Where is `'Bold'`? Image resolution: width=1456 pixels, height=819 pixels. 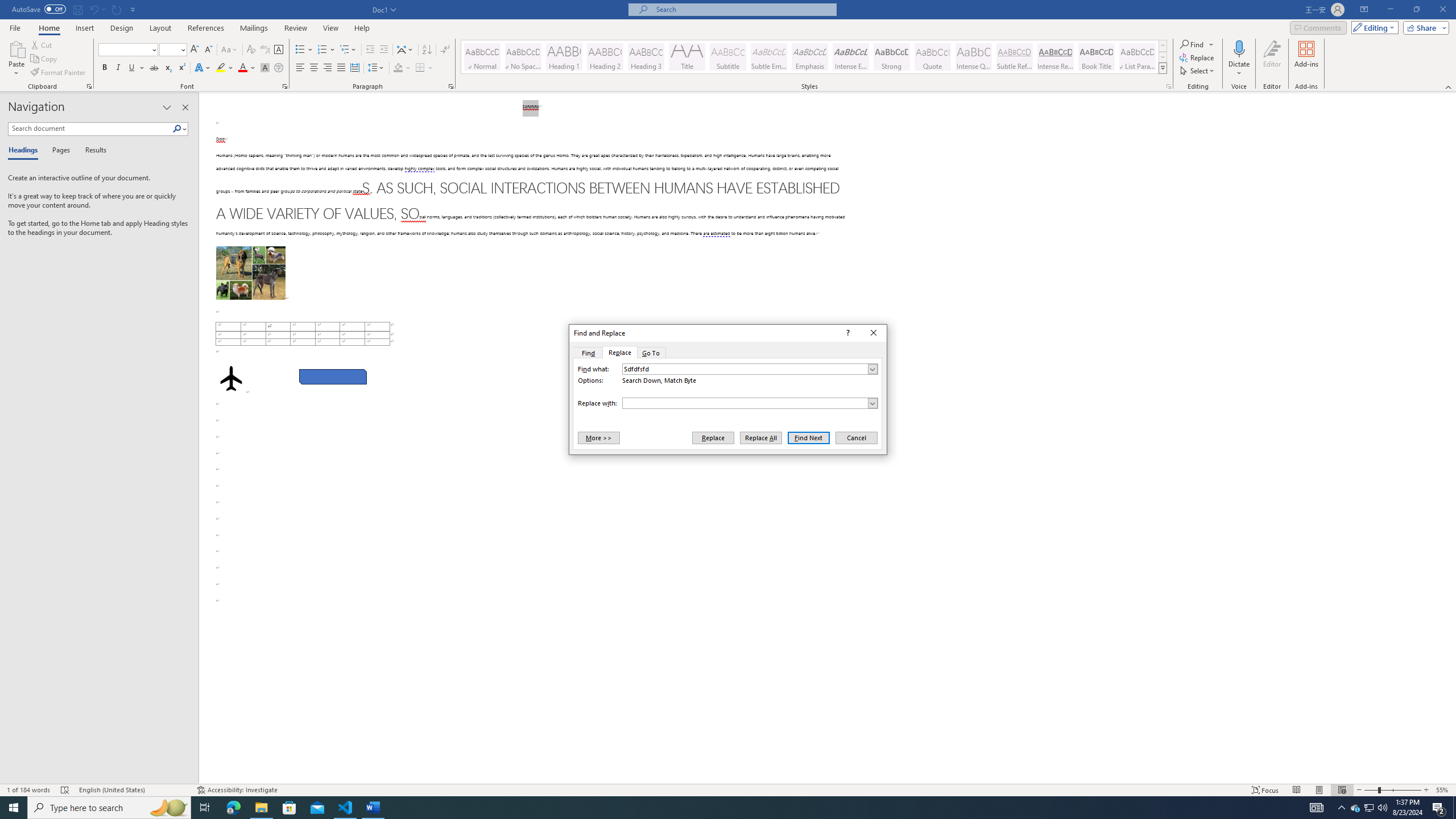
'Bold' is located at coordinates (104, 67).